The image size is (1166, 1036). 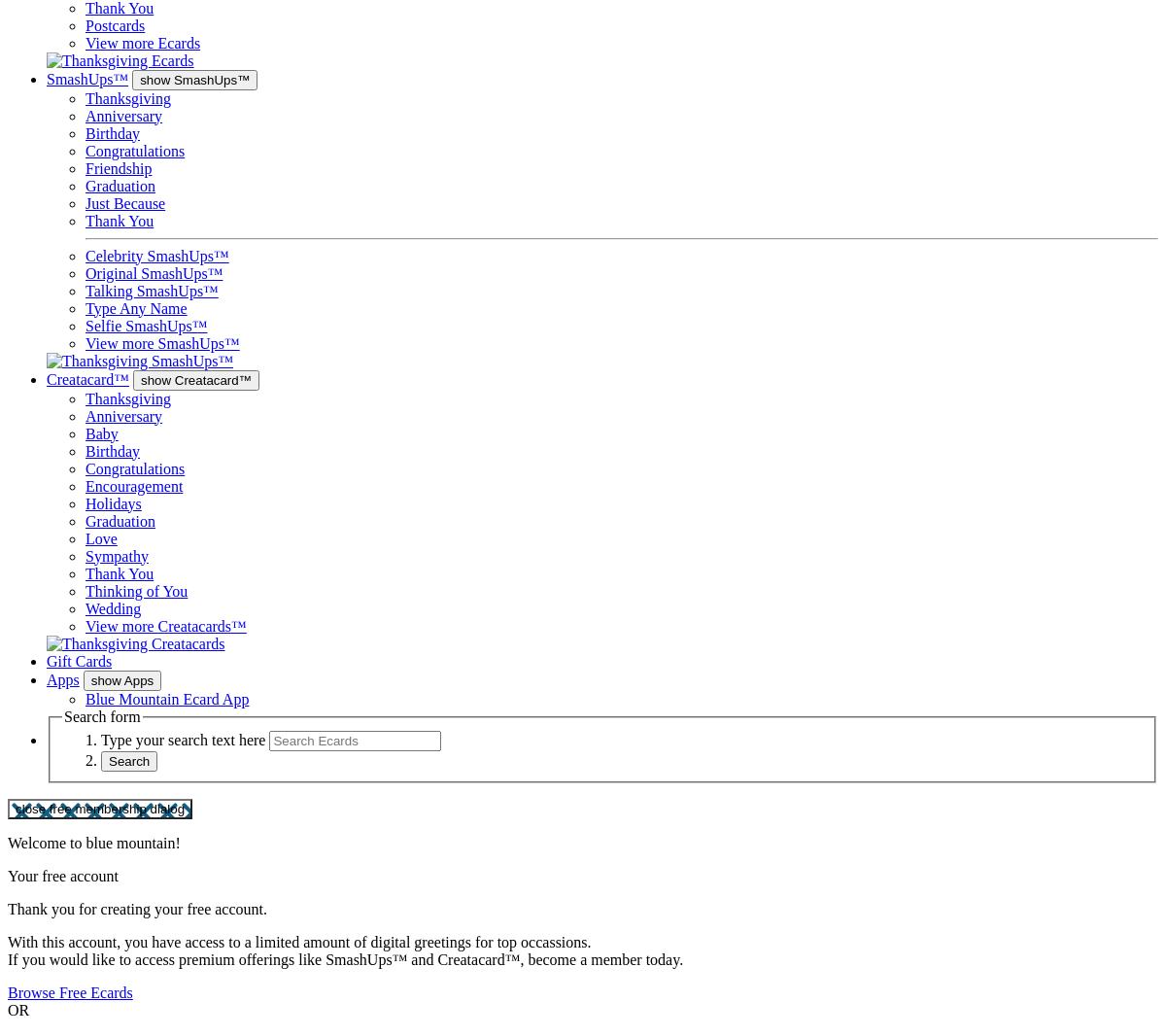 I want to click on 'Postcards', so click(x=115, y=23).